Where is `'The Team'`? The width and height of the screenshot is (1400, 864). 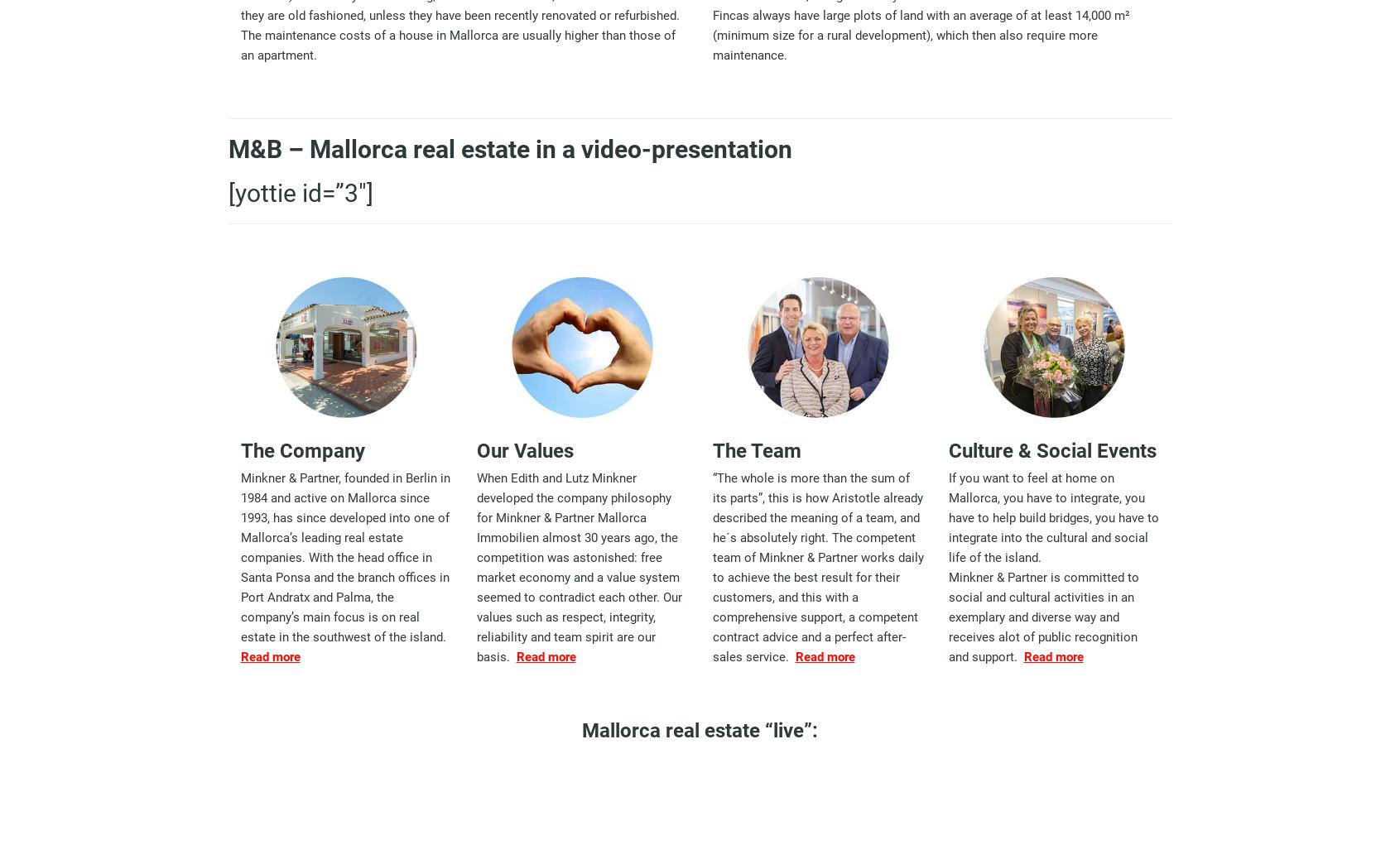
'The Team' is located at coordinates (756, 449).